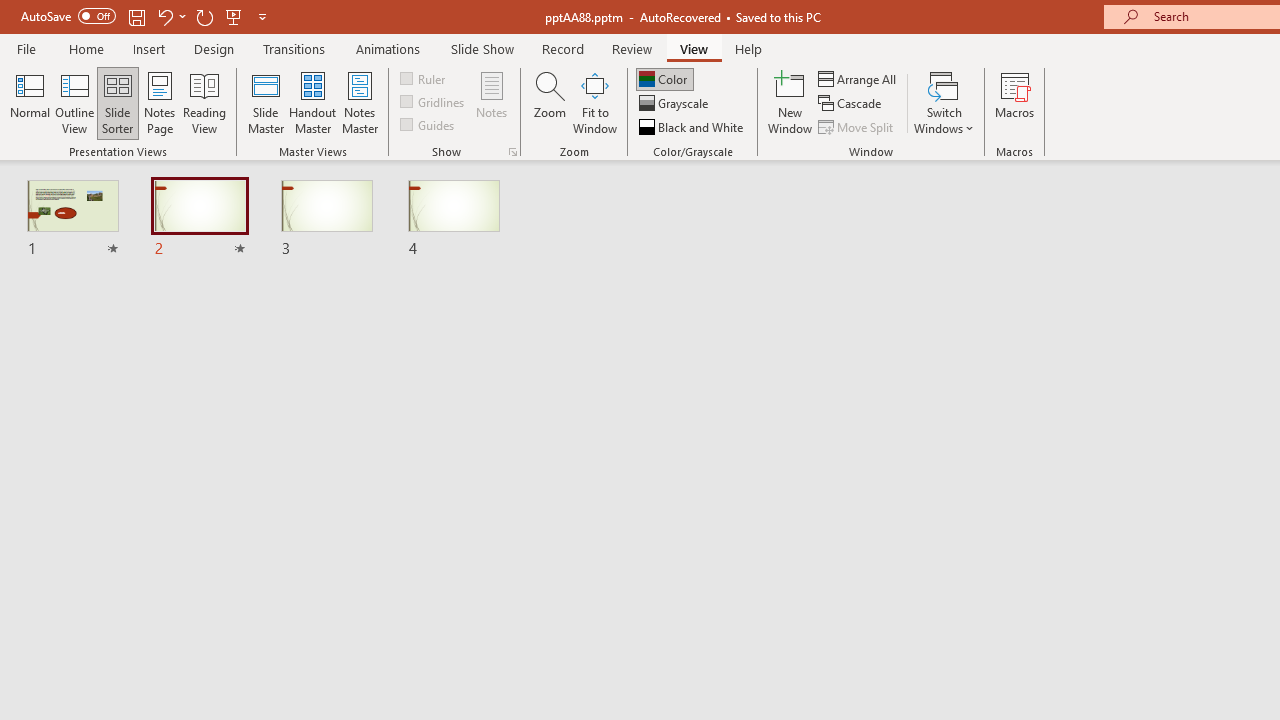 Image resolution: width=1280 pixels, height=720 pixels. I want to click on 'Move Split', so click(857, 127).